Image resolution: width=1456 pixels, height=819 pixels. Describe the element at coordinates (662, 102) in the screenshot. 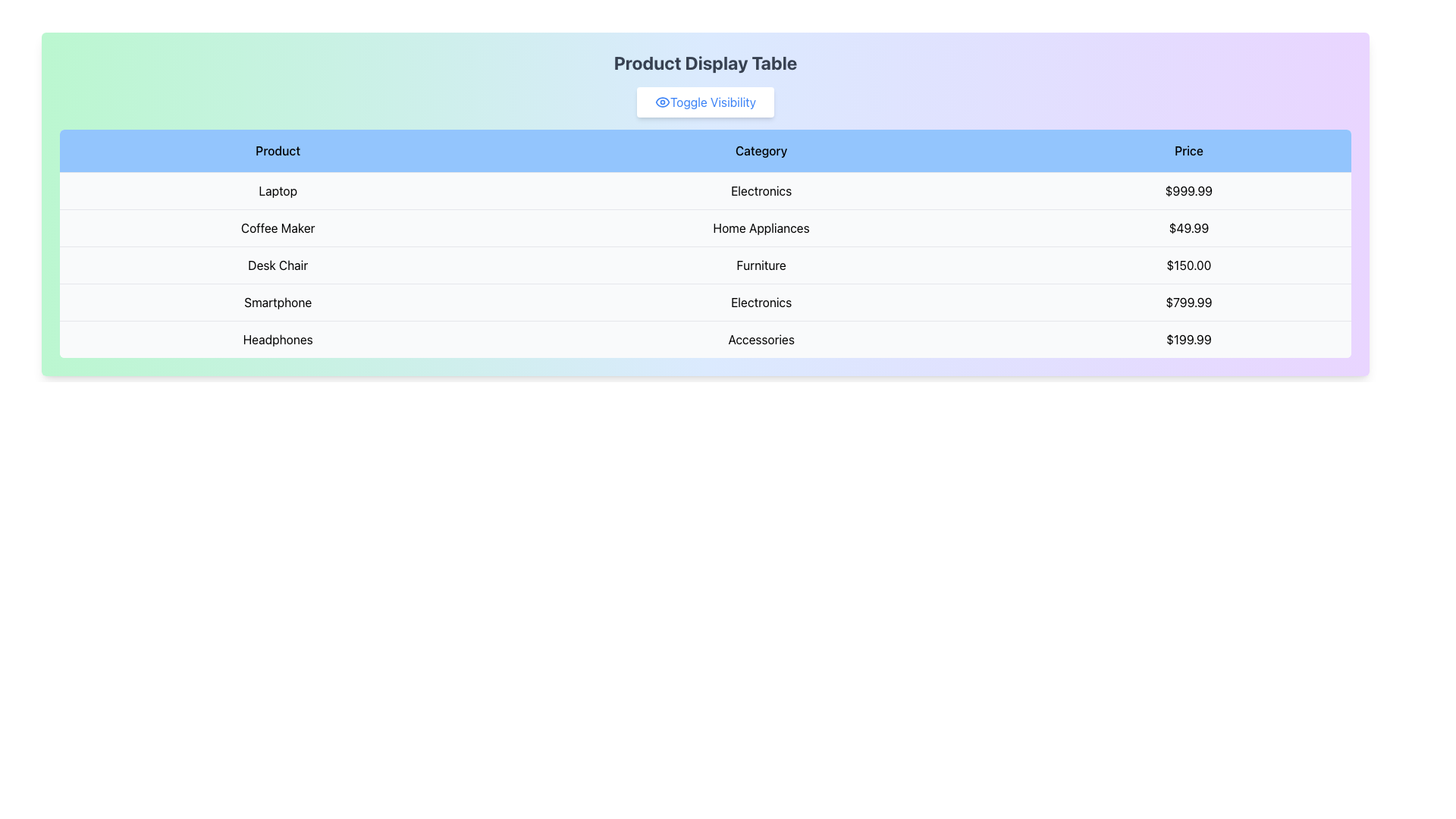

I see `the eye icon within the 'Toggle Visibility' button, which is styled in blue and positioned above the product data table` at that location.